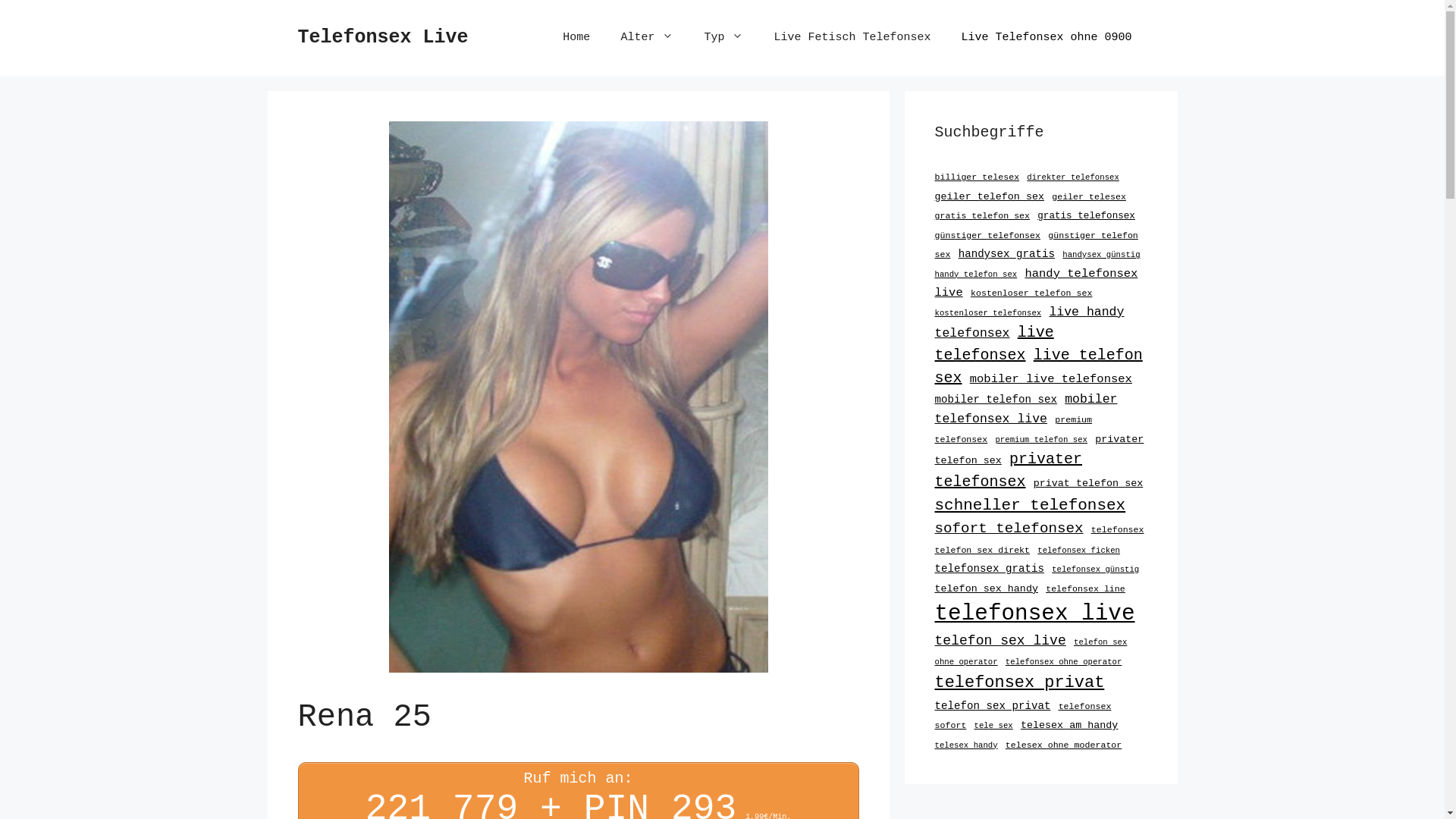 Image resolution: width=1456 pixels, height=819 pixels. Describe the element at coordinates (934, 505) in the screenshot. I see `'schneller telefonsex'` at that location.